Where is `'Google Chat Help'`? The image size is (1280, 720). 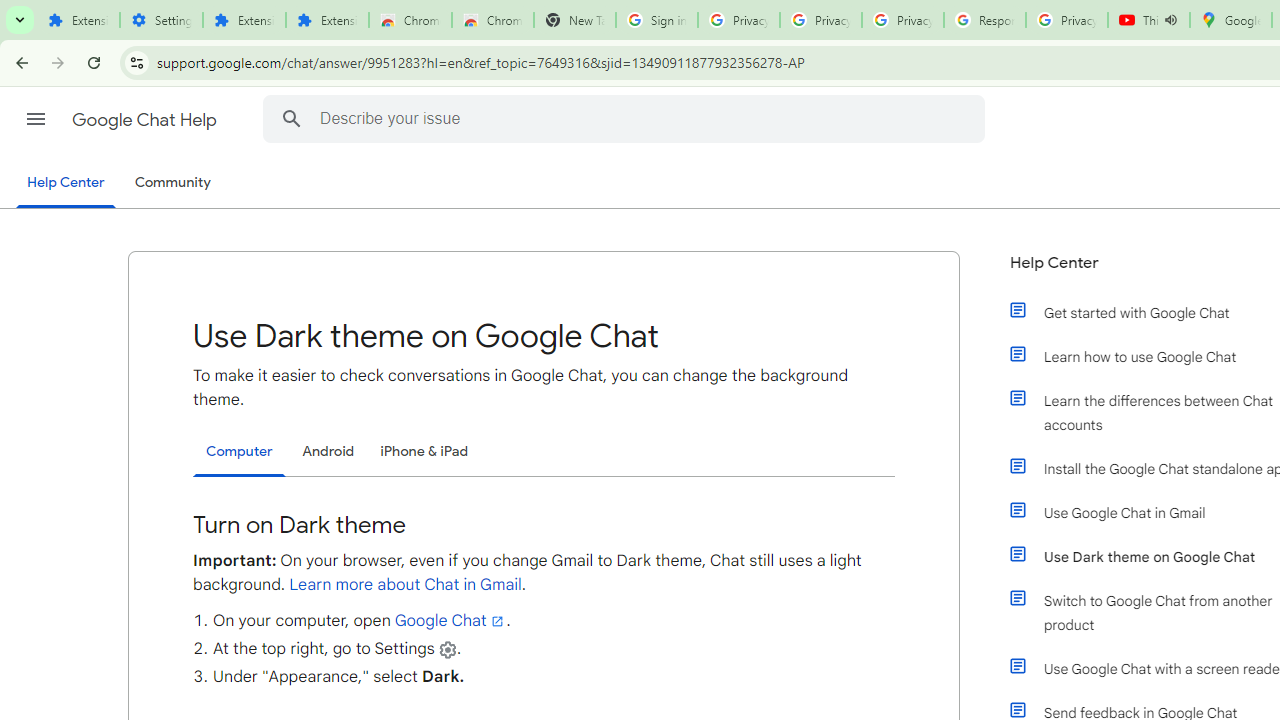 'Google Chat Help' is located at coordinates (145, 119).